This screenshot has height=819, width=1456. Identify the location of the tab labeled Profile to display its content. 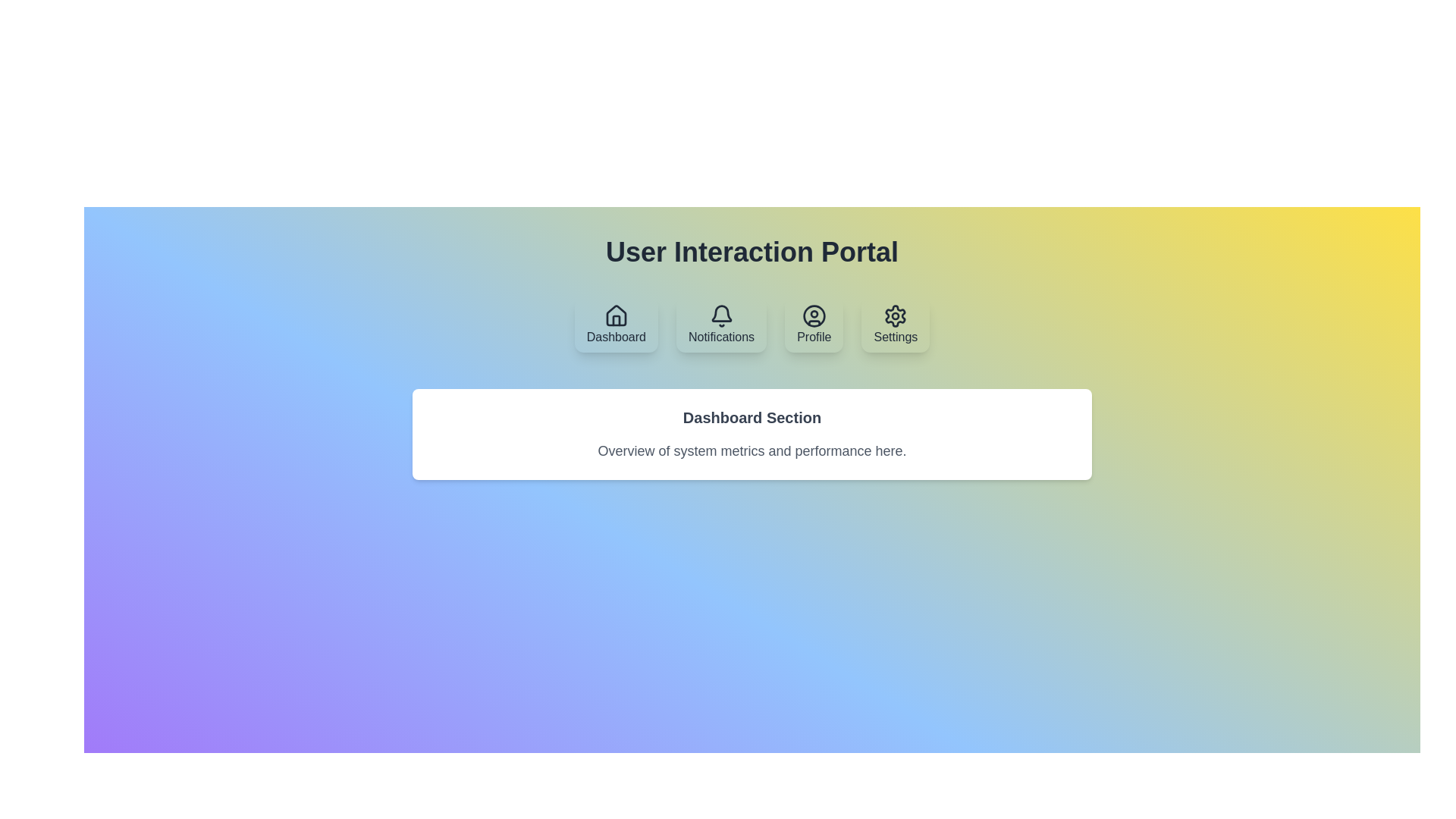
(813, 324).